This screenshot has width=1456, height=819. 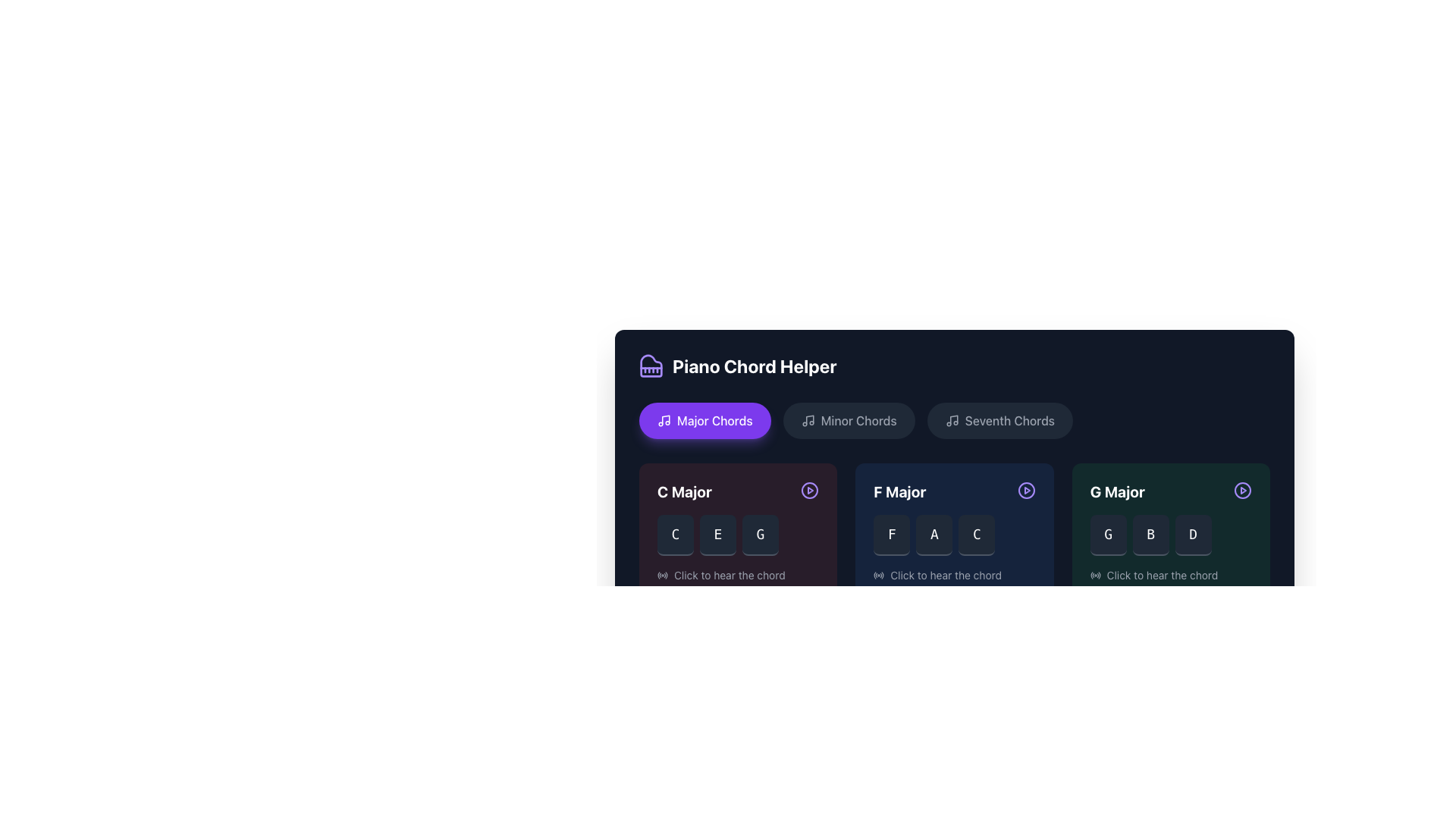 I want to click on the 'B' chord note button within the 'G Major' chord section, so click(x=1150, y=534).